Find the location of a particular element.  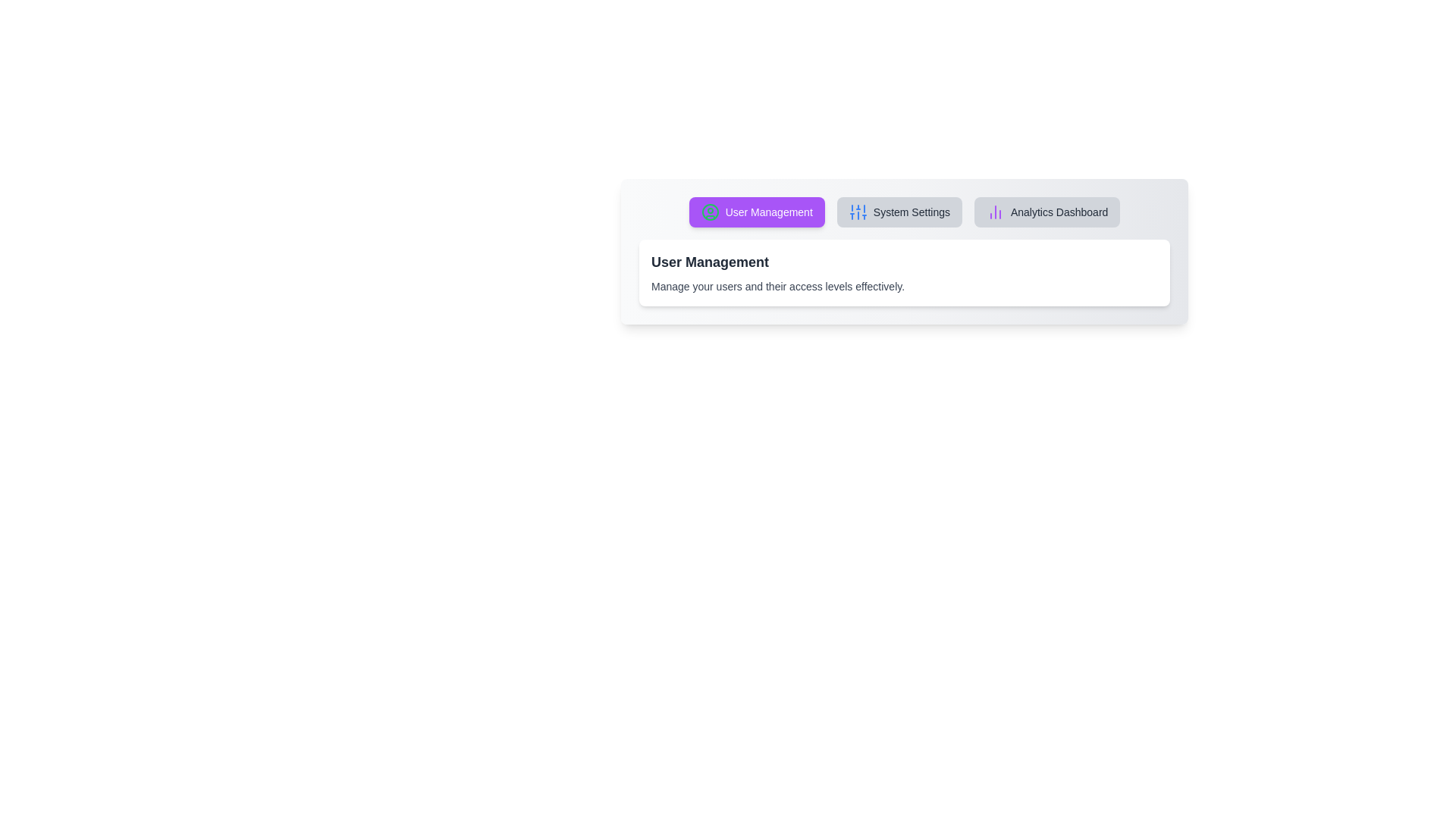

the User Management tab in the ManagementPortal component is located at coordinates (757, 212).